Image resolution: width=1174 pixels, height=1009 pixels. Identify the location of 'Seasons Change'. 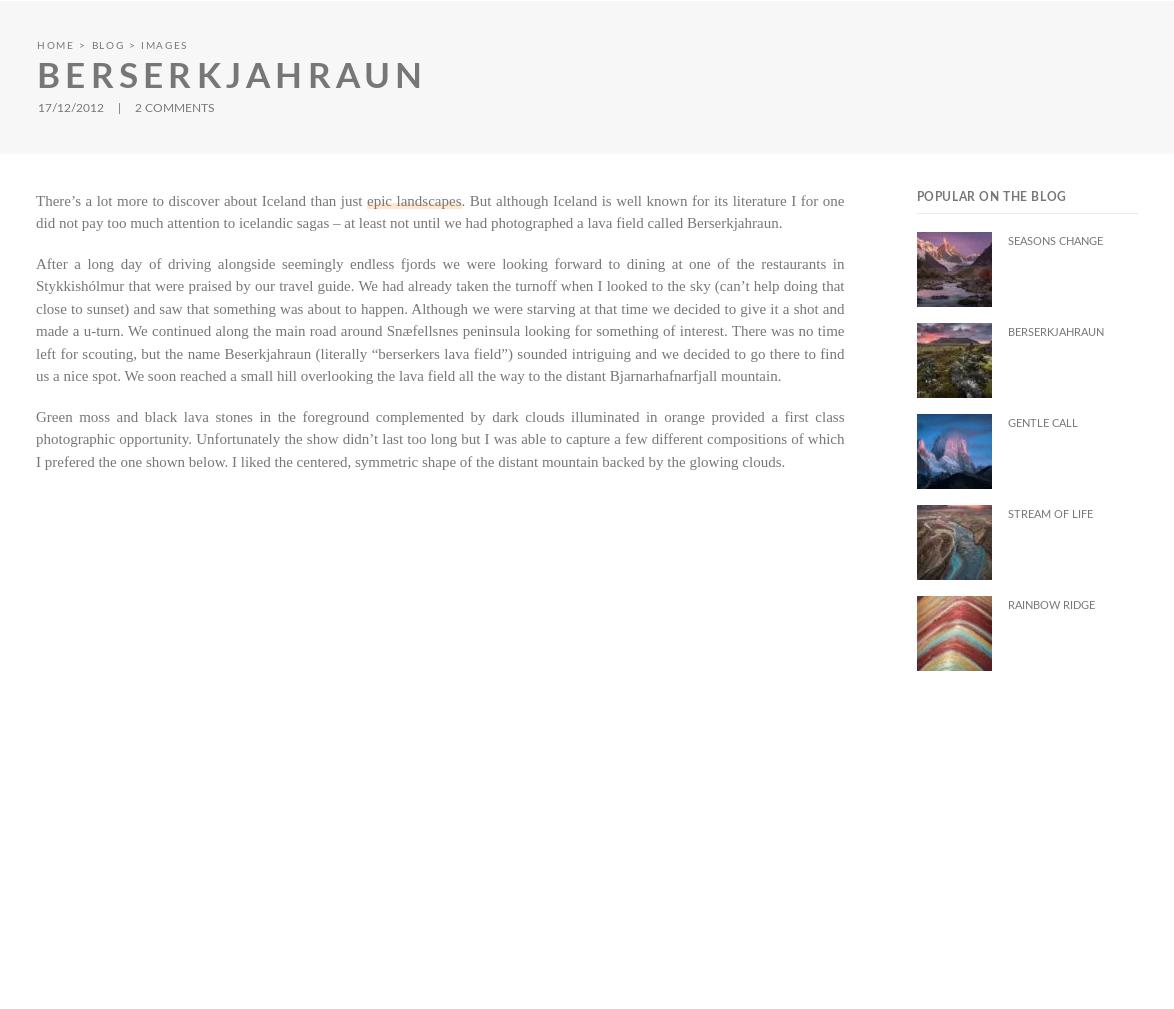
(1053, 240).